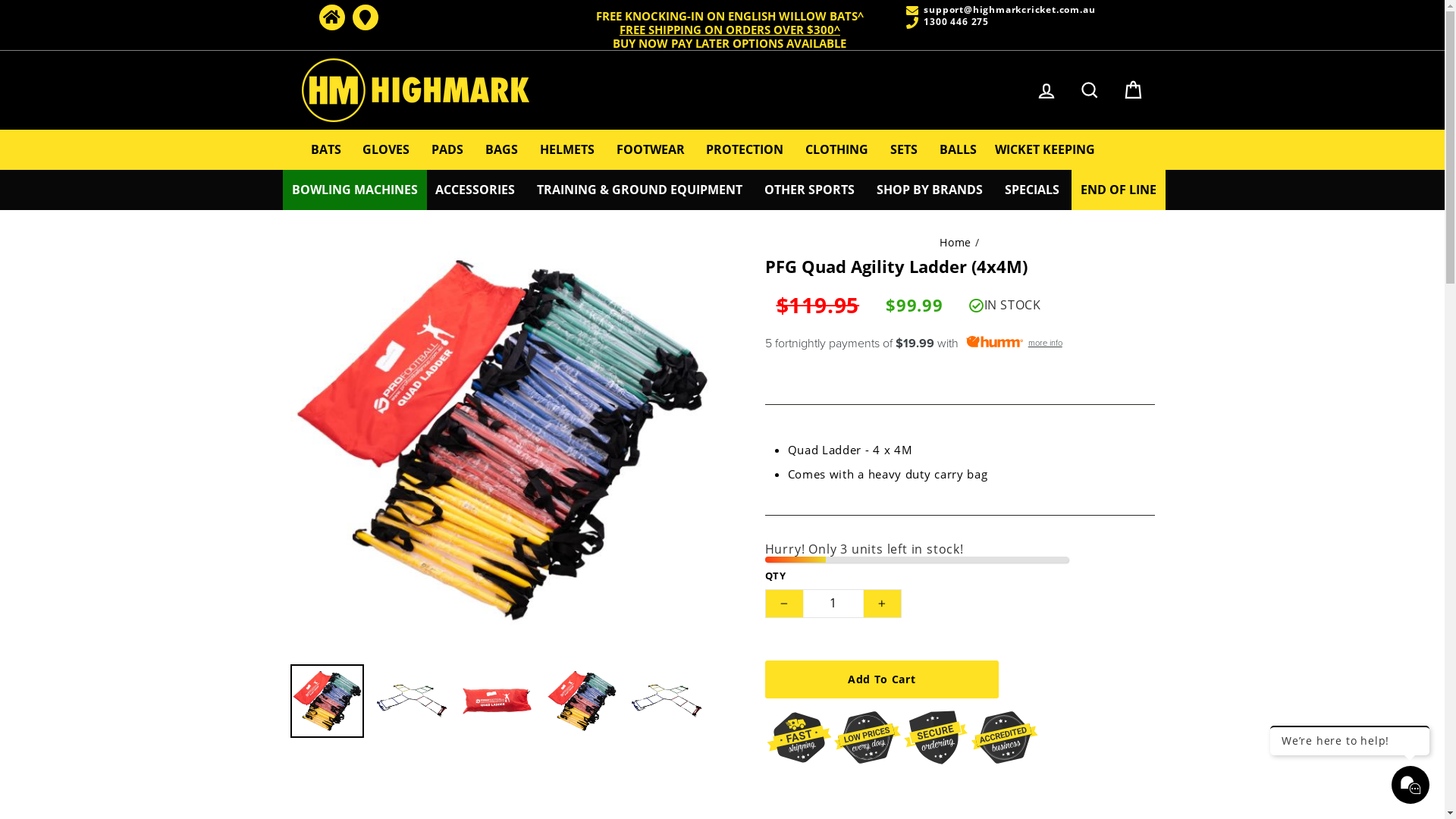 The height and width of the screenshot is (819, 1456). Describe the element at coordinates (1132, 90) in the screenshot. I see `'CART'` at that location.